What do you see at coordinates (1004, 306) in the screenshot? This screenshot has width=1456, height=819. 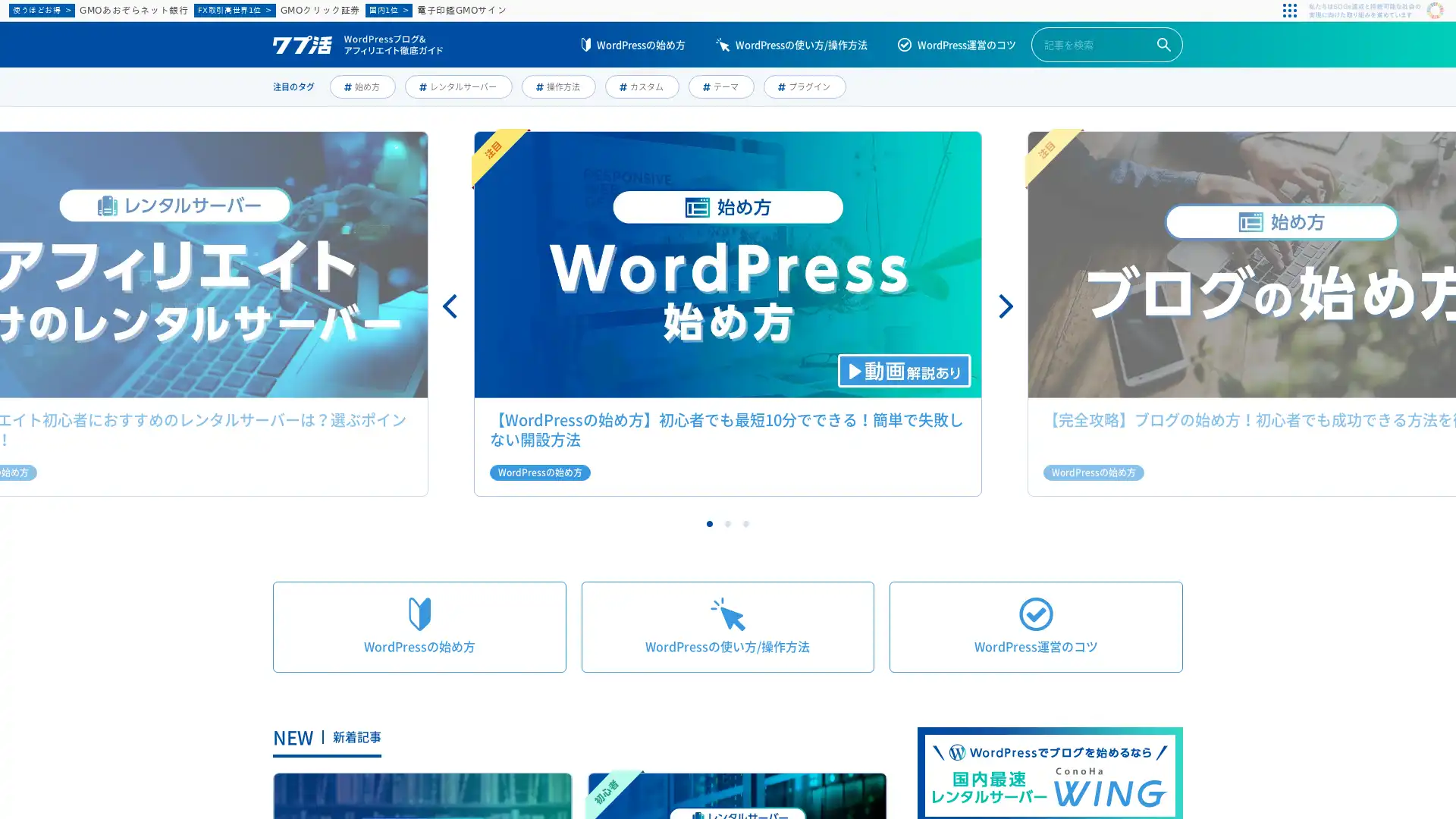 I see `Next` at bounding box center [1004, 306].